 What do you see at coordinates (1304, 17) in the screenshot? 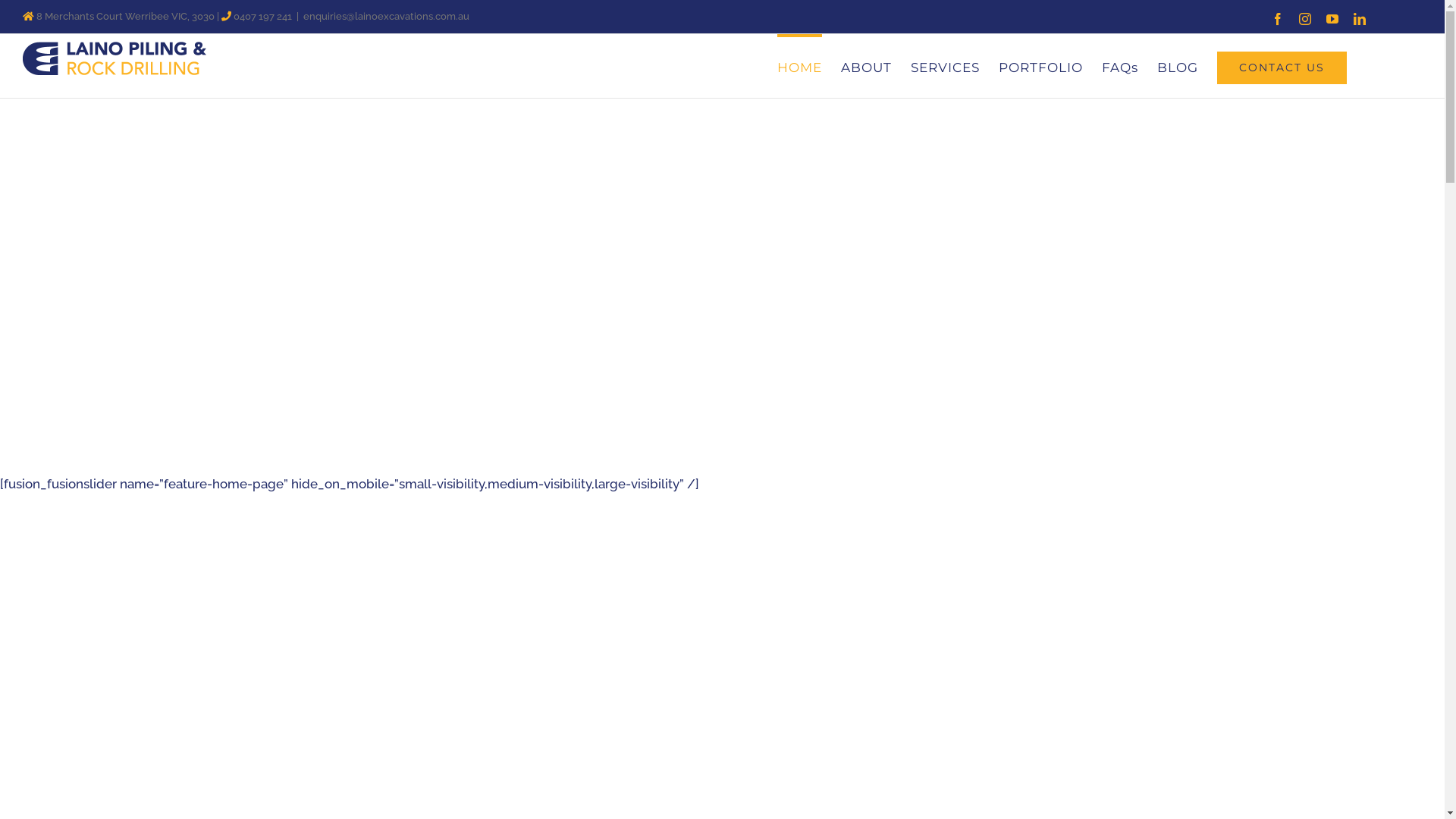
I see `'Instagram'` at bounding box center [1304, 17].